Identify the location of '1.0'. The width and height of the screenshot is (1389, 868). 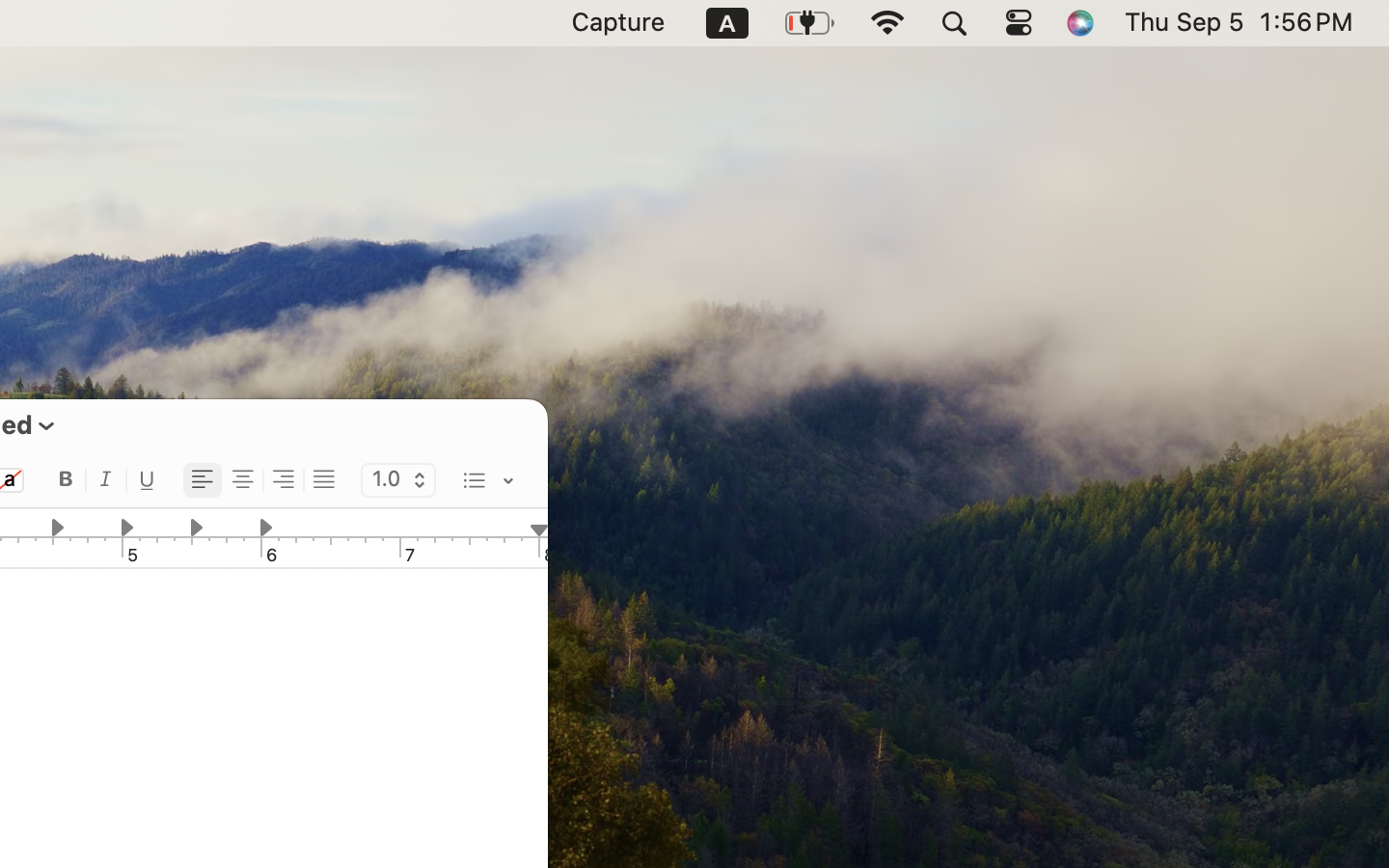
(396, 479).